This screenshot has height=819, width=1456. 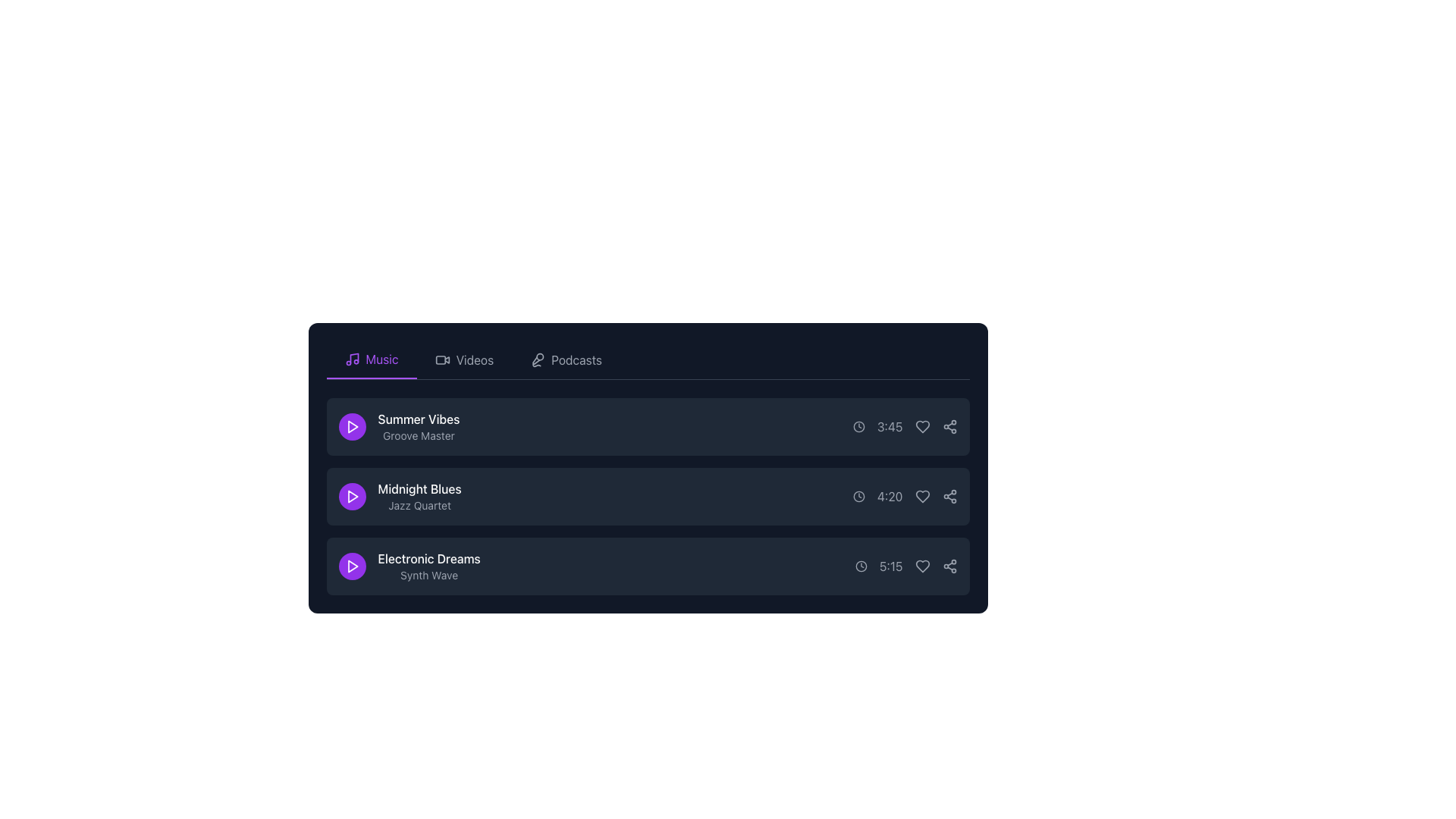 What do you see at coordinates (921, 427) in the screenshot?
I see `the heart-shaped icon button` at bounding box center [921, 427].